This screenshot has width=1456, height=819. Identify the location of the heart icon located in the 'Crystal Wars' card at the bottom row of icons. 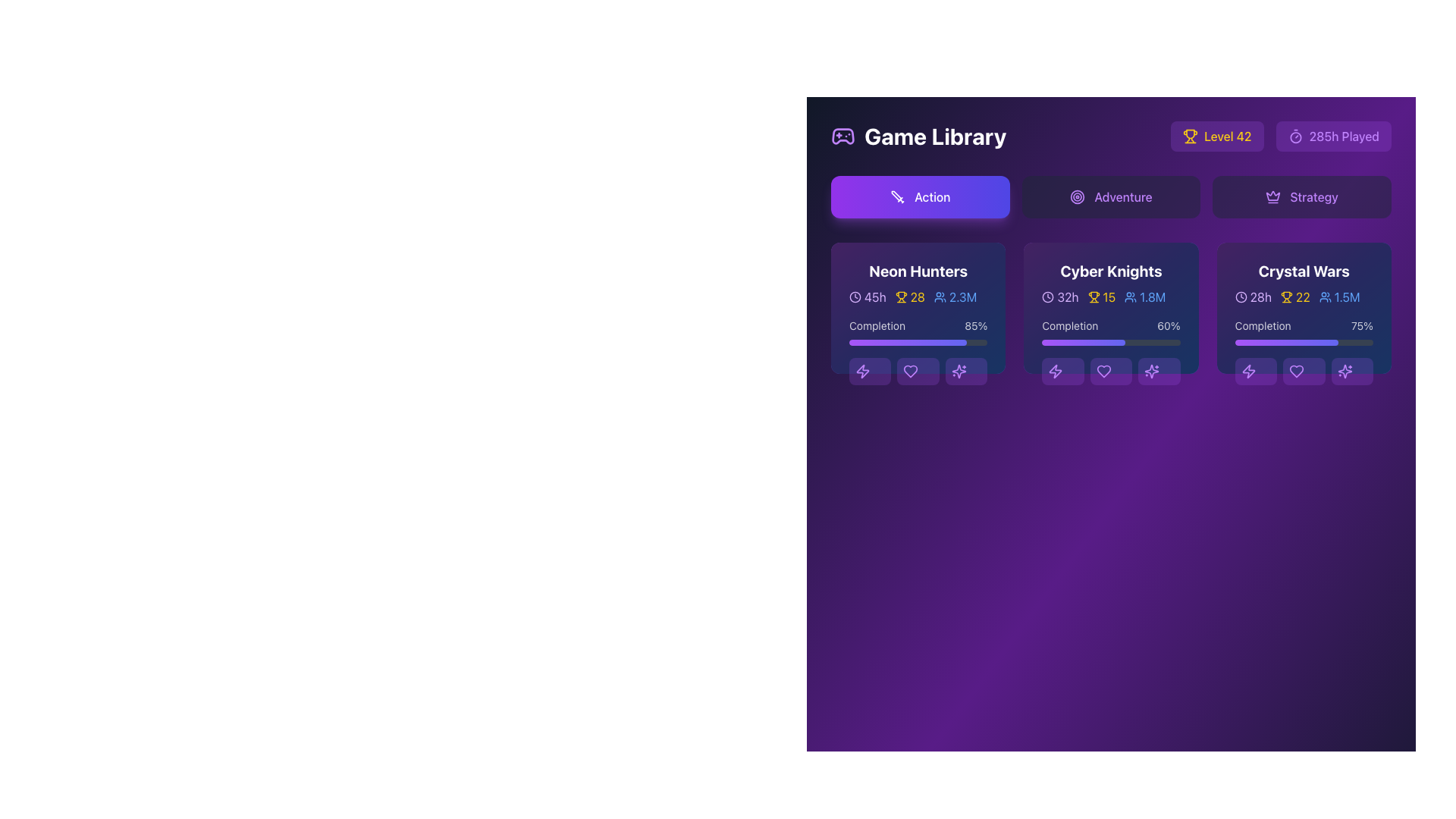
(1296, 371).